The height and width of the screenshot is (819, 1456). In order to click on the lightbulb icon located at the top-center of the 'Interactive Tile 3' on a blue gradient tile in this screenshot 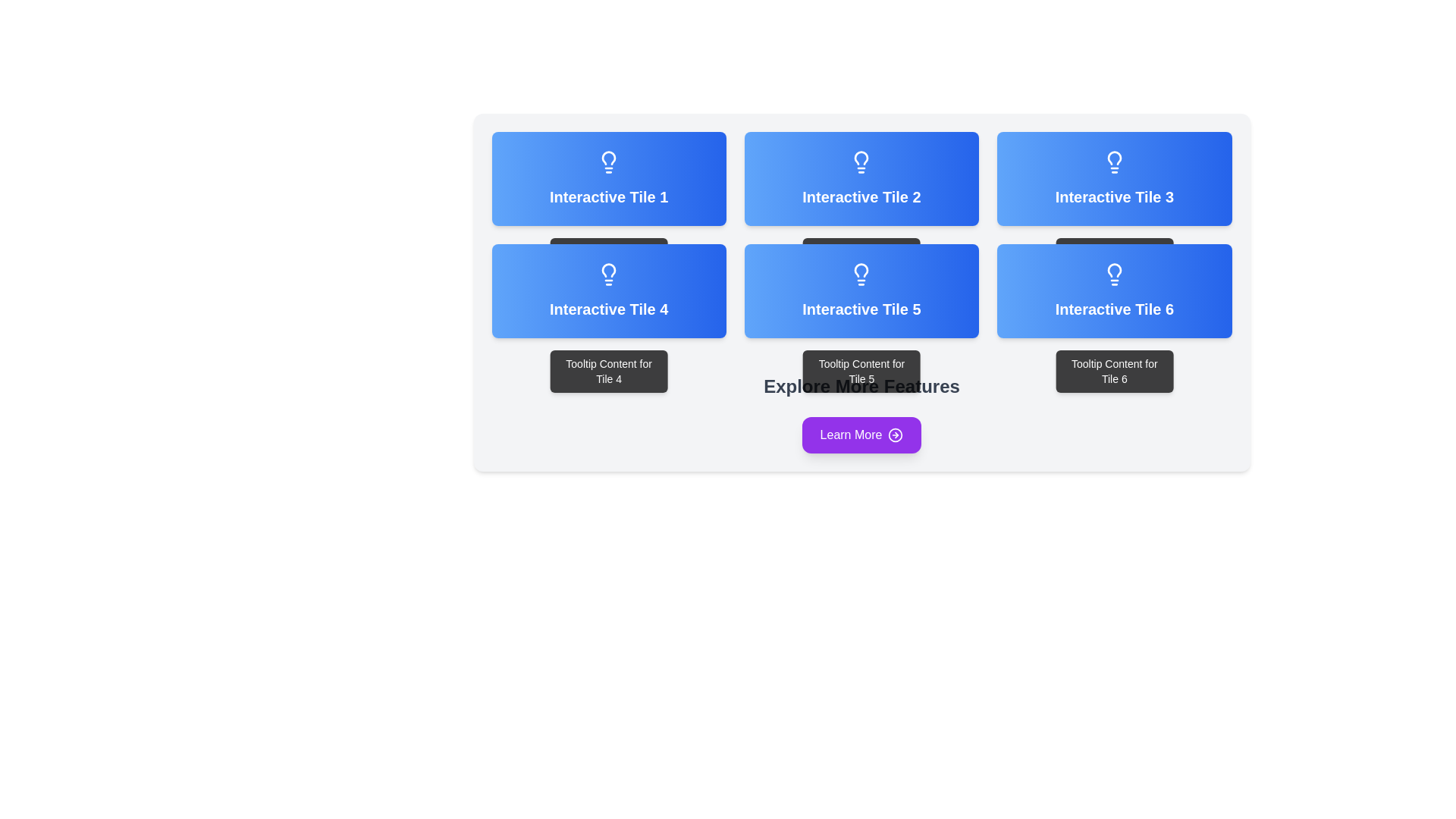, I will do `click(1114, 162)`.